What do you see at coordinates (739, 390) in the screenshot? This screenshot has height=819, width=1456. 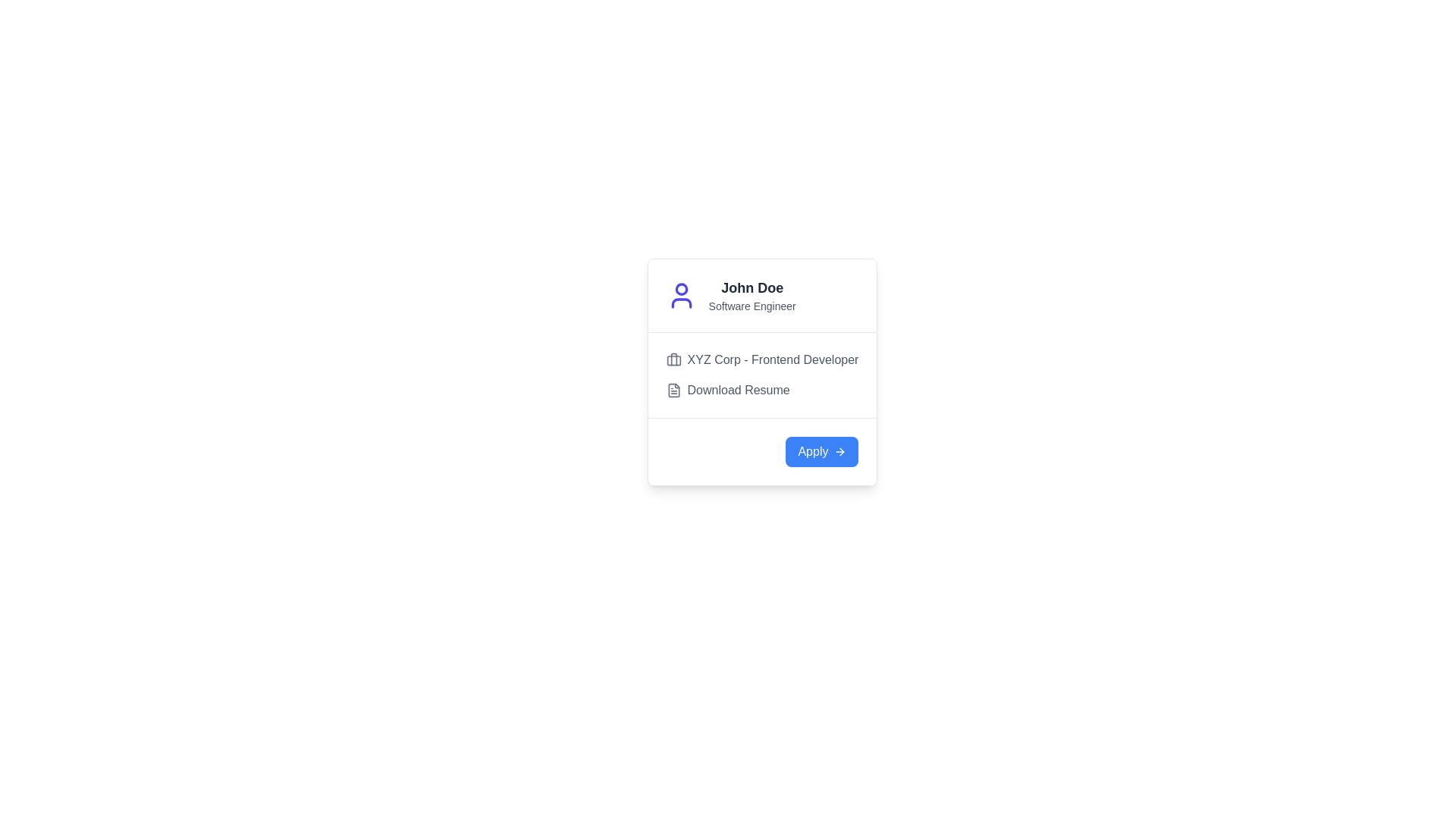 I see `the Text Label indicating the functionality of the associated downloadable resume, which is positioned under the job title and above the 'Apply' button` at bounding box center [739, 390].